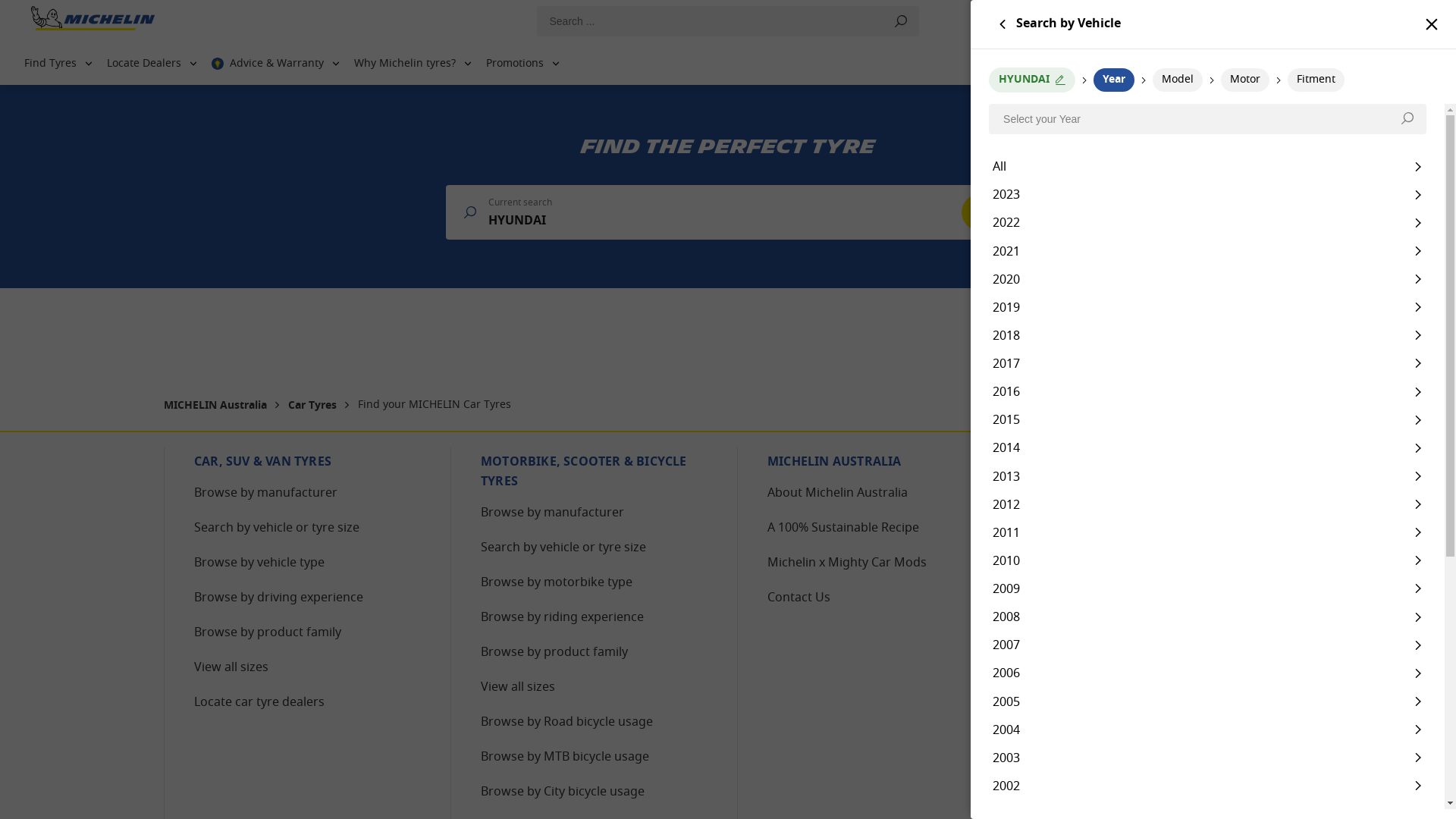  I want to click on '2007', so click(1207, 645).